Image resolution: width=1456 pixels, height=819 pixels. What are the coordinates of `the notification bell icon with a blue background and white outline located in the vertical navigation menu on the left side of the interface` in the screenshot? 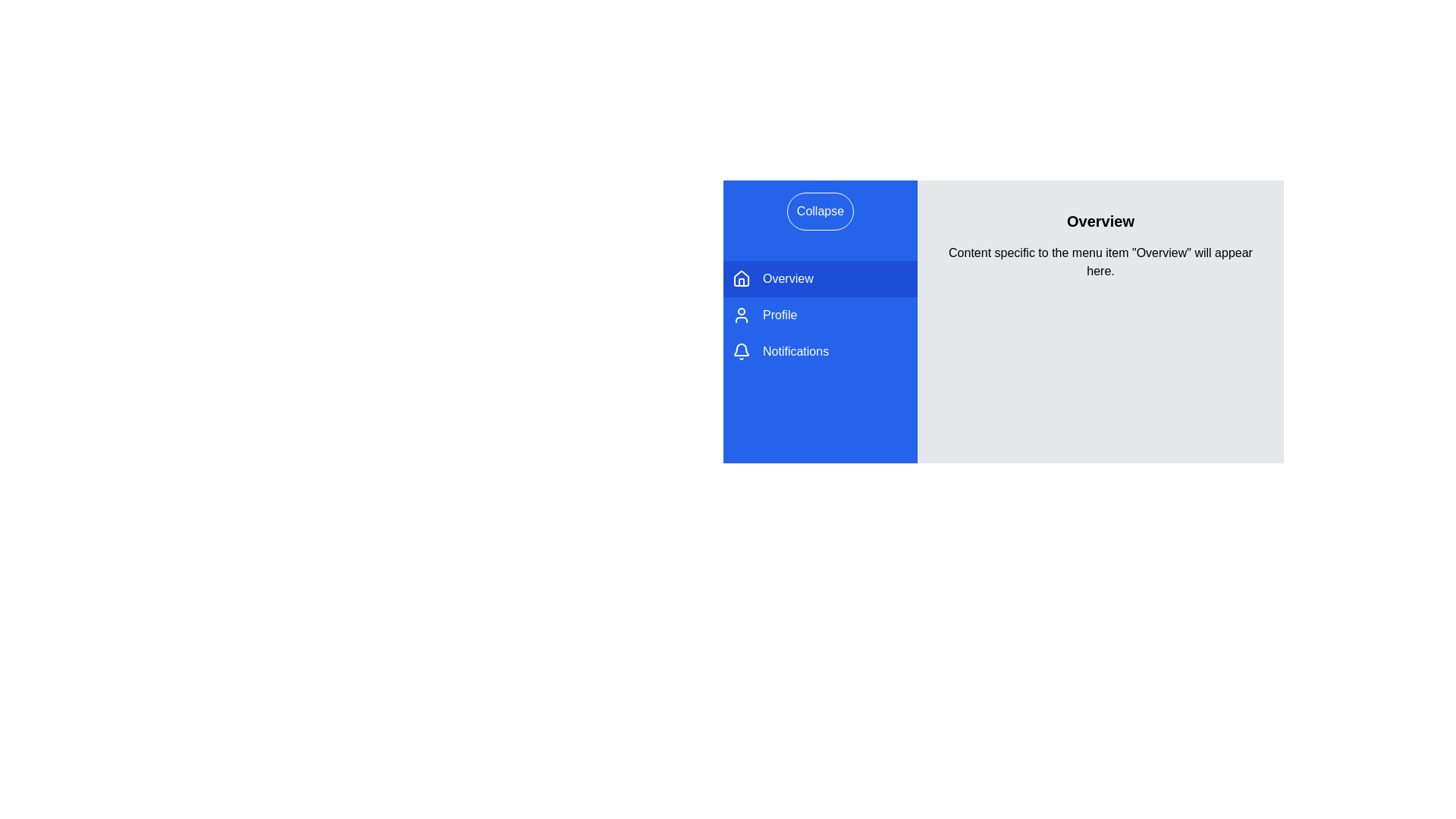 It's located at (742, 350).